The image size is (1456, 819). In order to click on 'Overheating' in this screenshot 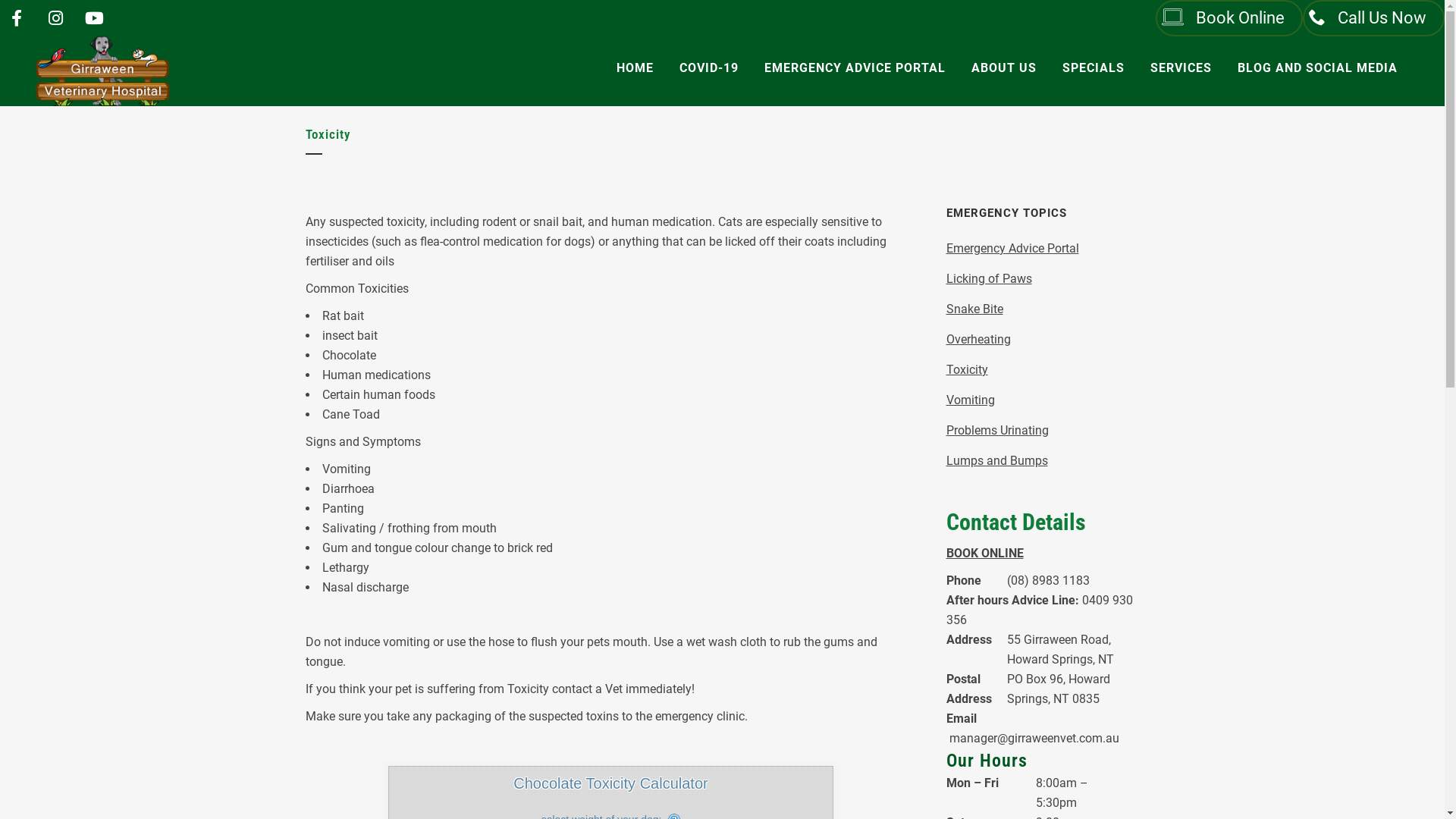, I will do `click(978, 338)`.